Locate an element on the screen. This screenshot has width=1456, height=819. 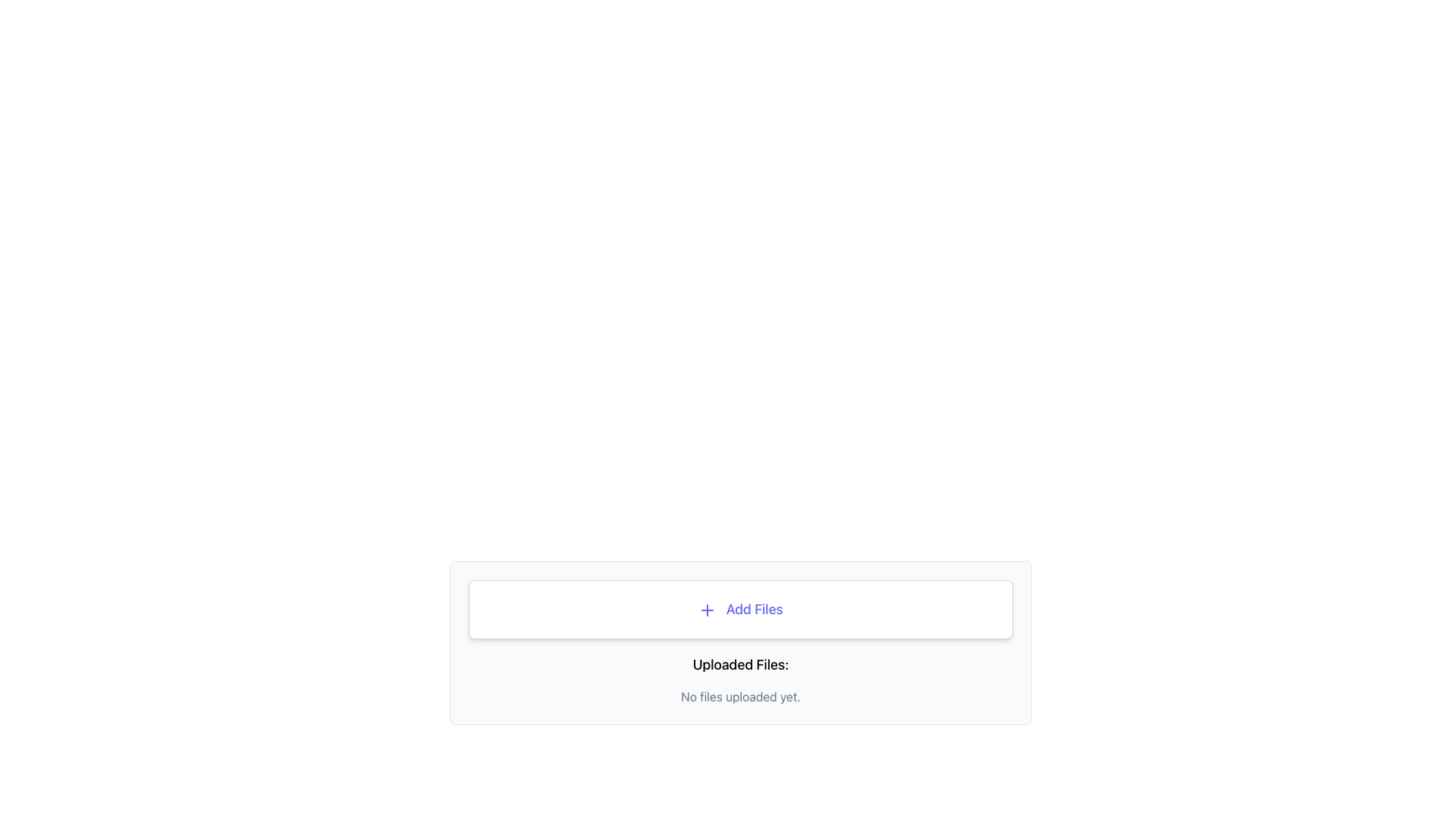
the 'Add Files' button which features an SVG-based graphic icon representing the action 'Add'. The icon is located to the left of the text, indicating its purpose to initiate adding files is located at coordinates (707, 610).